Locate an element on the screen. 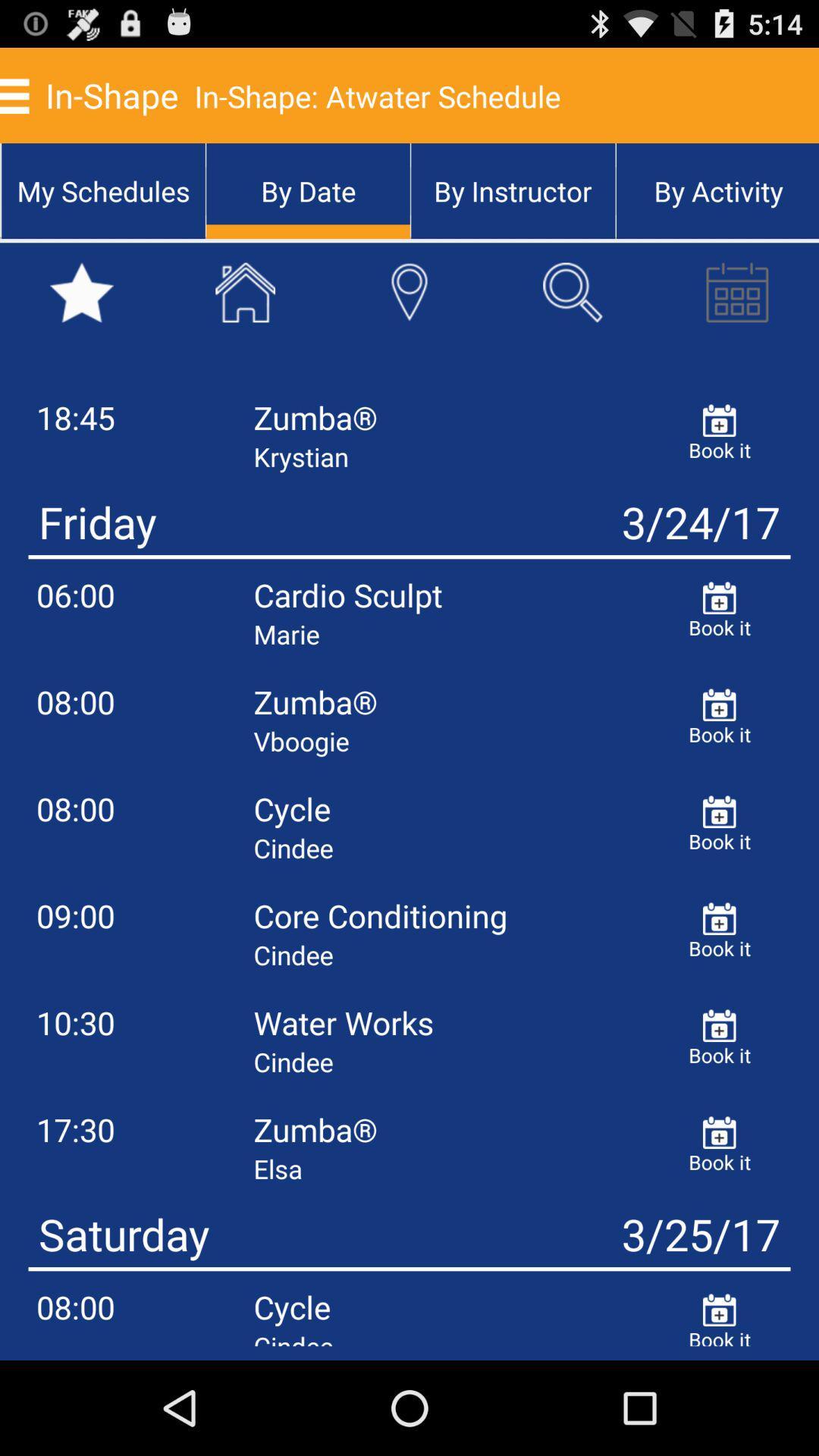  the avatar icon is located at coordinates (409, 312).